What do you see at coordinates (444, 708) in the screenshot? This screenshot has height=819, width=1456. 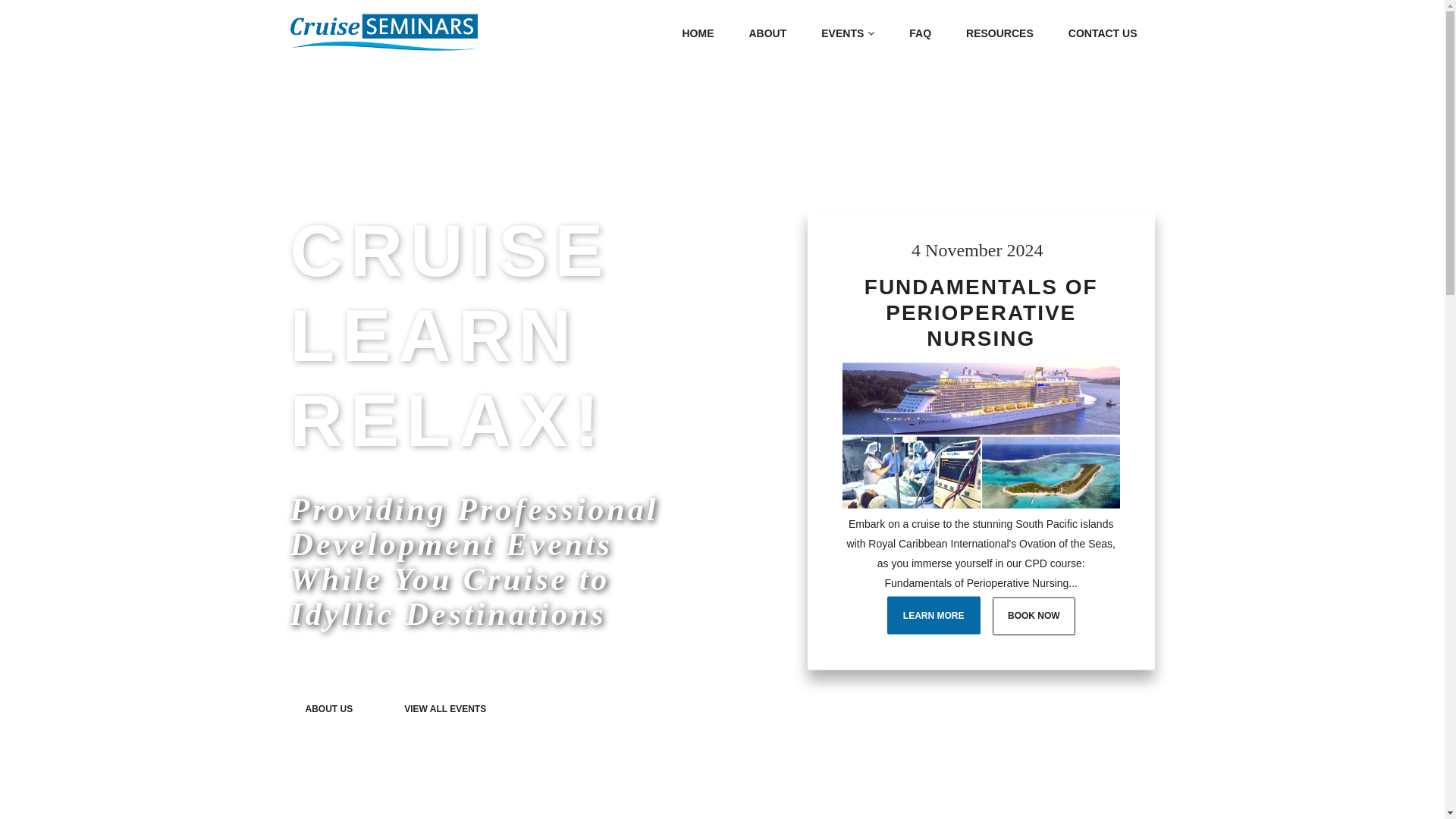 I see `'VIEW ALL EVENTS'` at bounding box center [444, 708].